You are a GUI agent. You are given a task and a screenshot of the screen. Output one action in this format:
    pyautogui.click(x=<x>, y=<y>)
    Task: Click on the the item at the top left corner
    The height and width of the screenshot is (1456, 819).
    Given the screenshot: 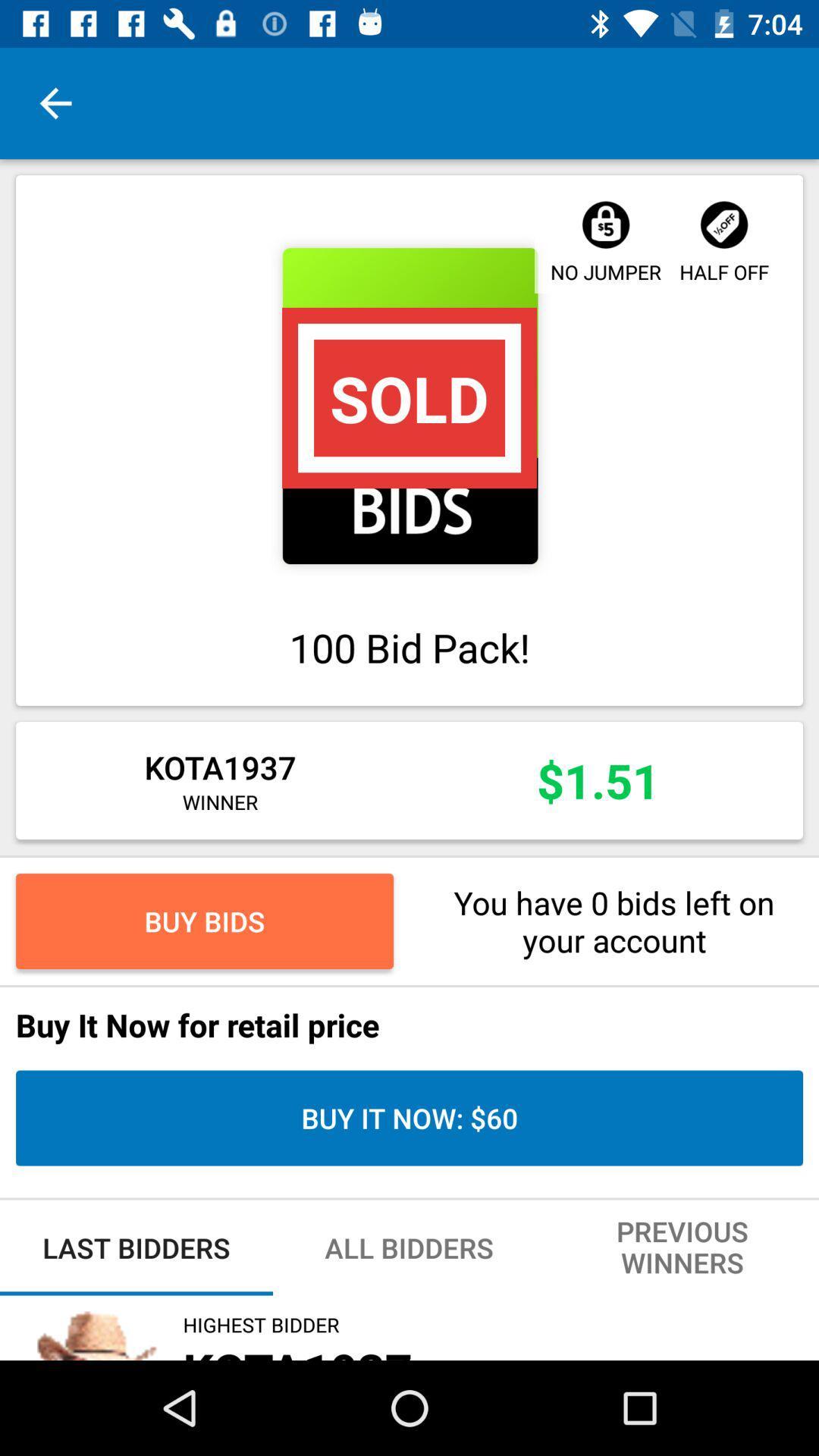 What is the action you would take?
    pyautogui.click(x=55, y=102)
    